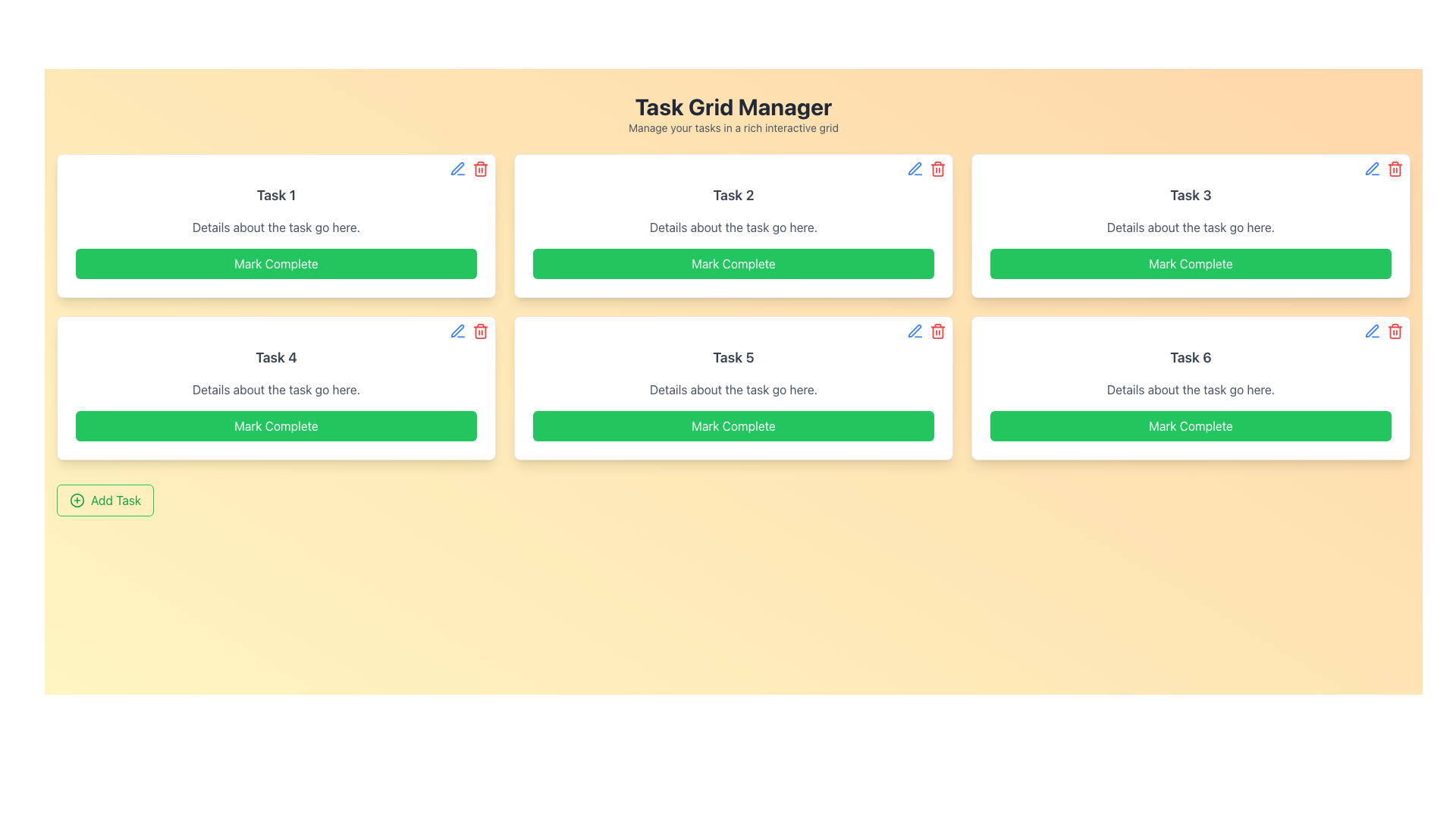 The image size is (1456, 819). What do you see at coordinates (276, 227) in the screenshot?
I see `text label displaying 'Details about the task go here.' located below the title 'Task 1' in the first task card` at bounding box center [276, 227].